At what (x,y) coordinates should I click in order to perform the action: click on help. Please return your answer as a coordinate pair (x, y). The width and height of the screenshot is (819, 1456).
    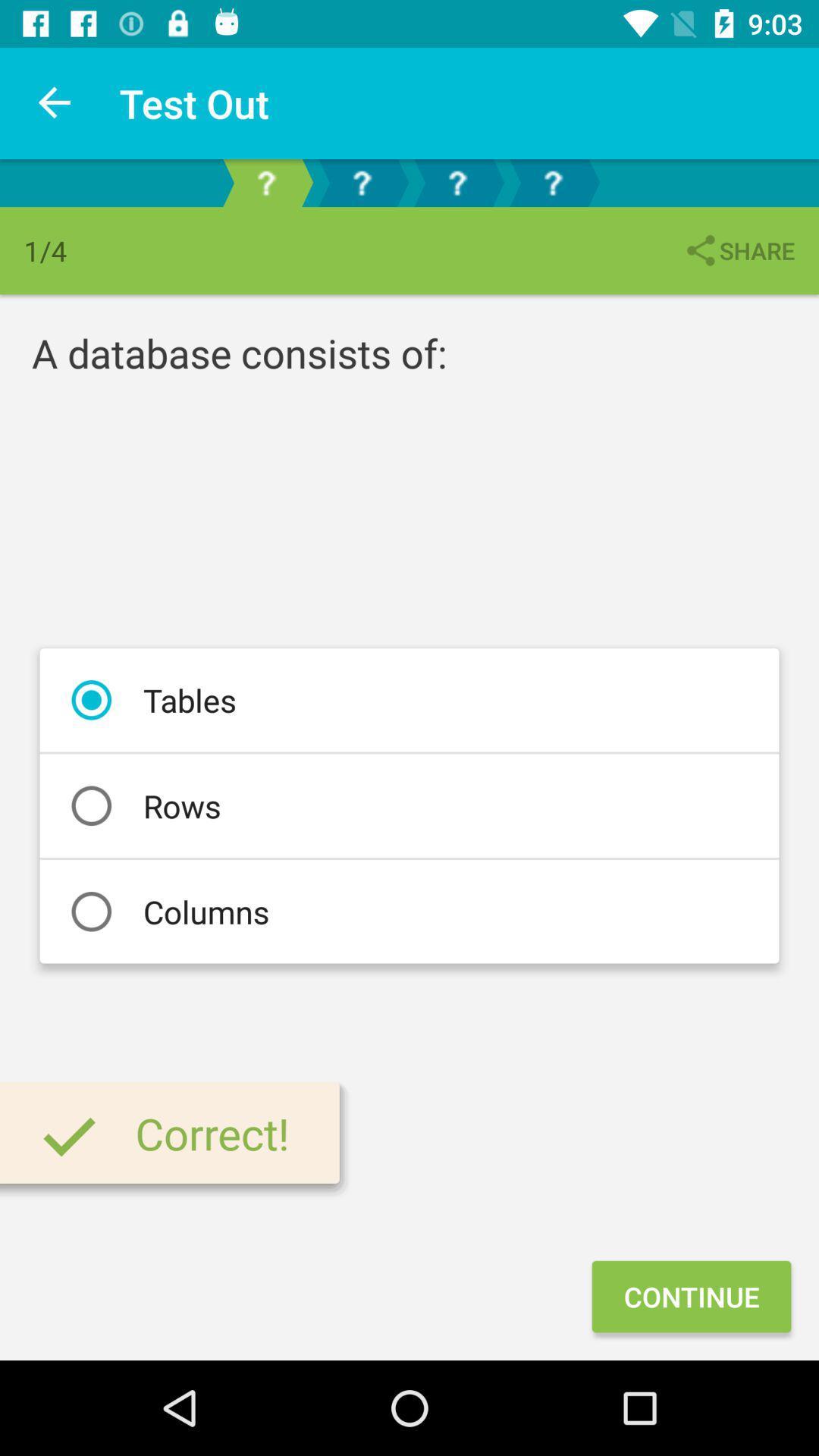
    Looking at the image, I should click on (362, 182).